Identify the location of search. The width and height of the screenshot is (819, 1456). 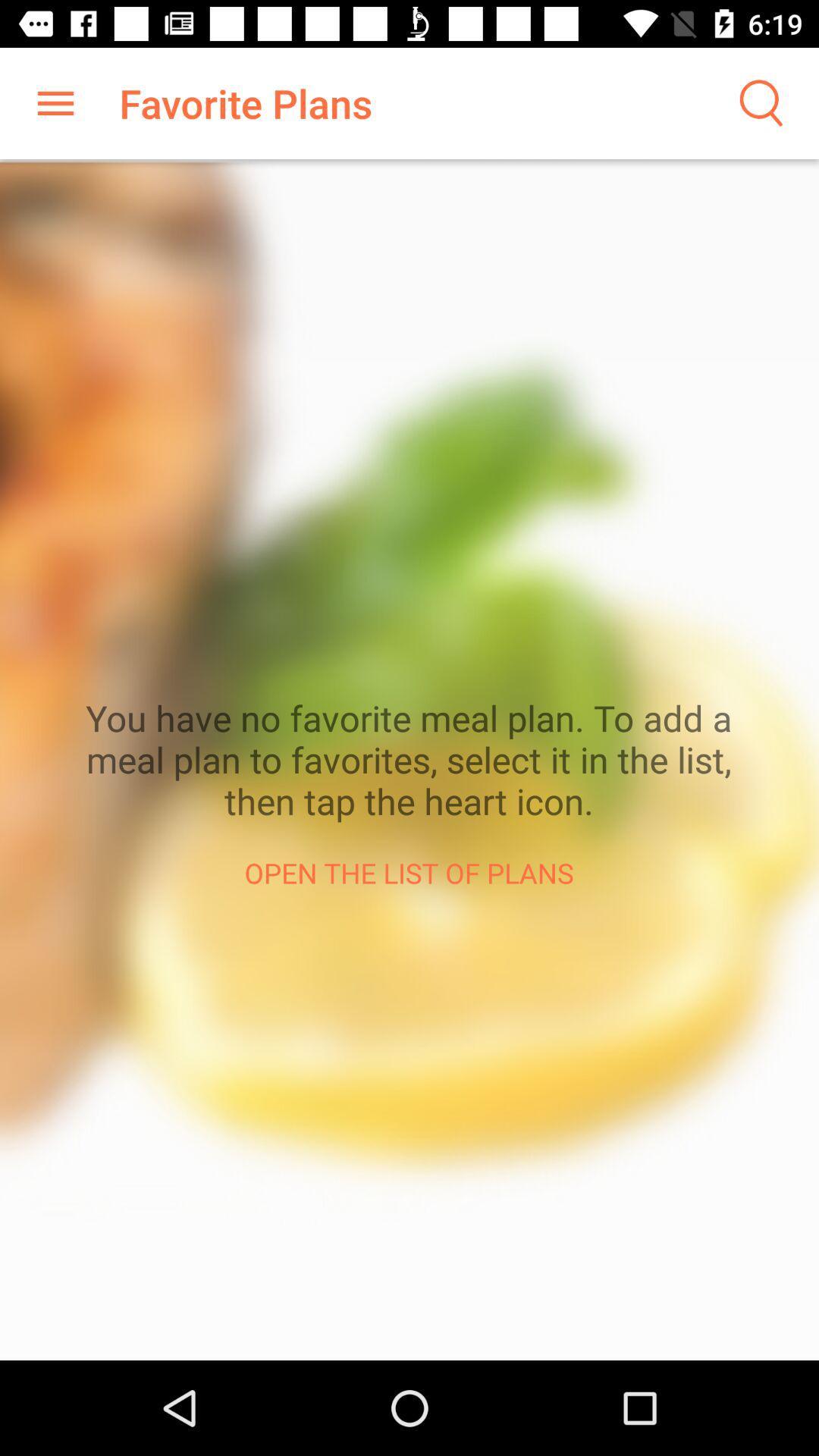
(759, 102).